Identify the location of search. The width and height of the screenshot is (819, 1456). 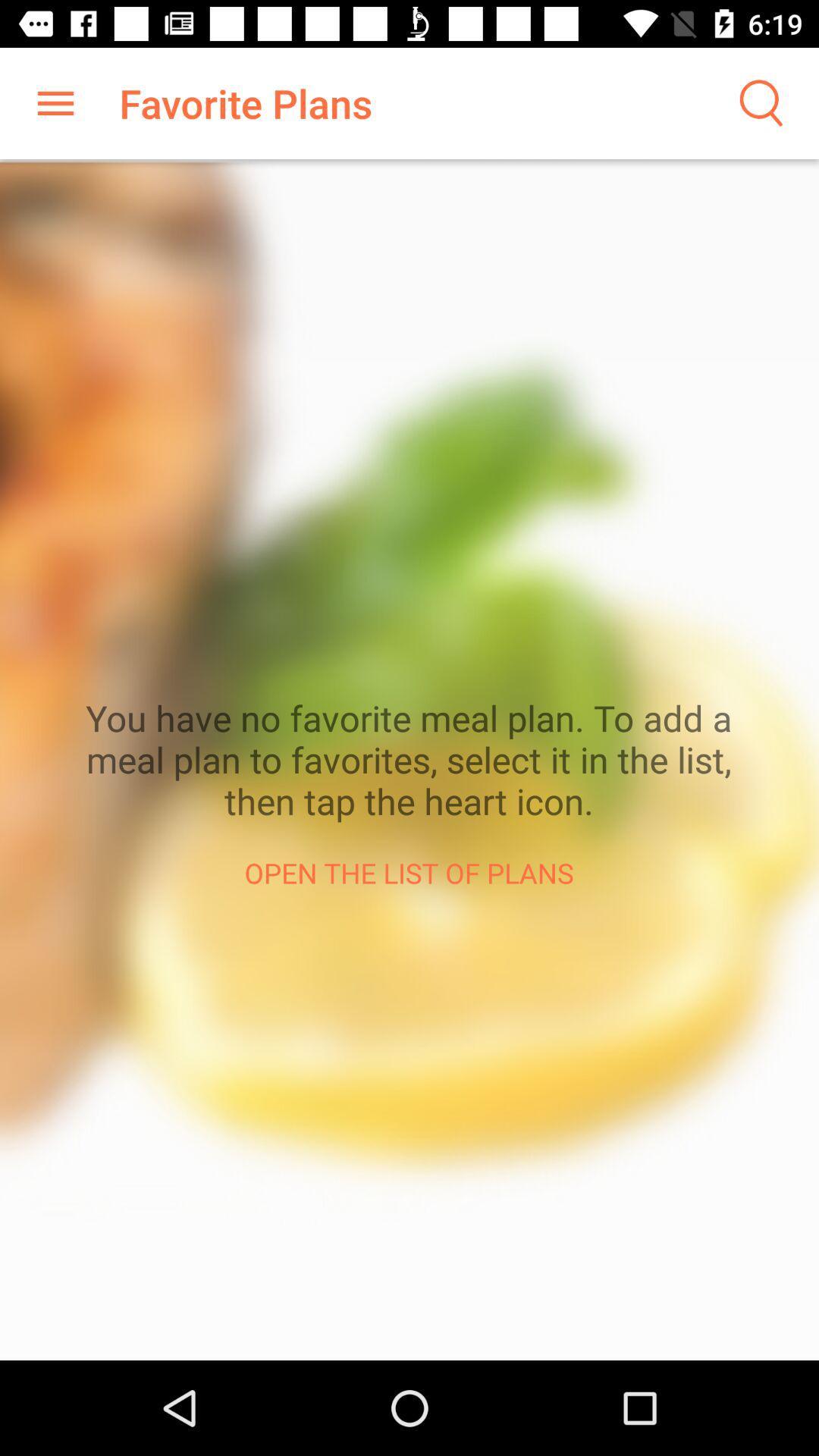
(759, 102).